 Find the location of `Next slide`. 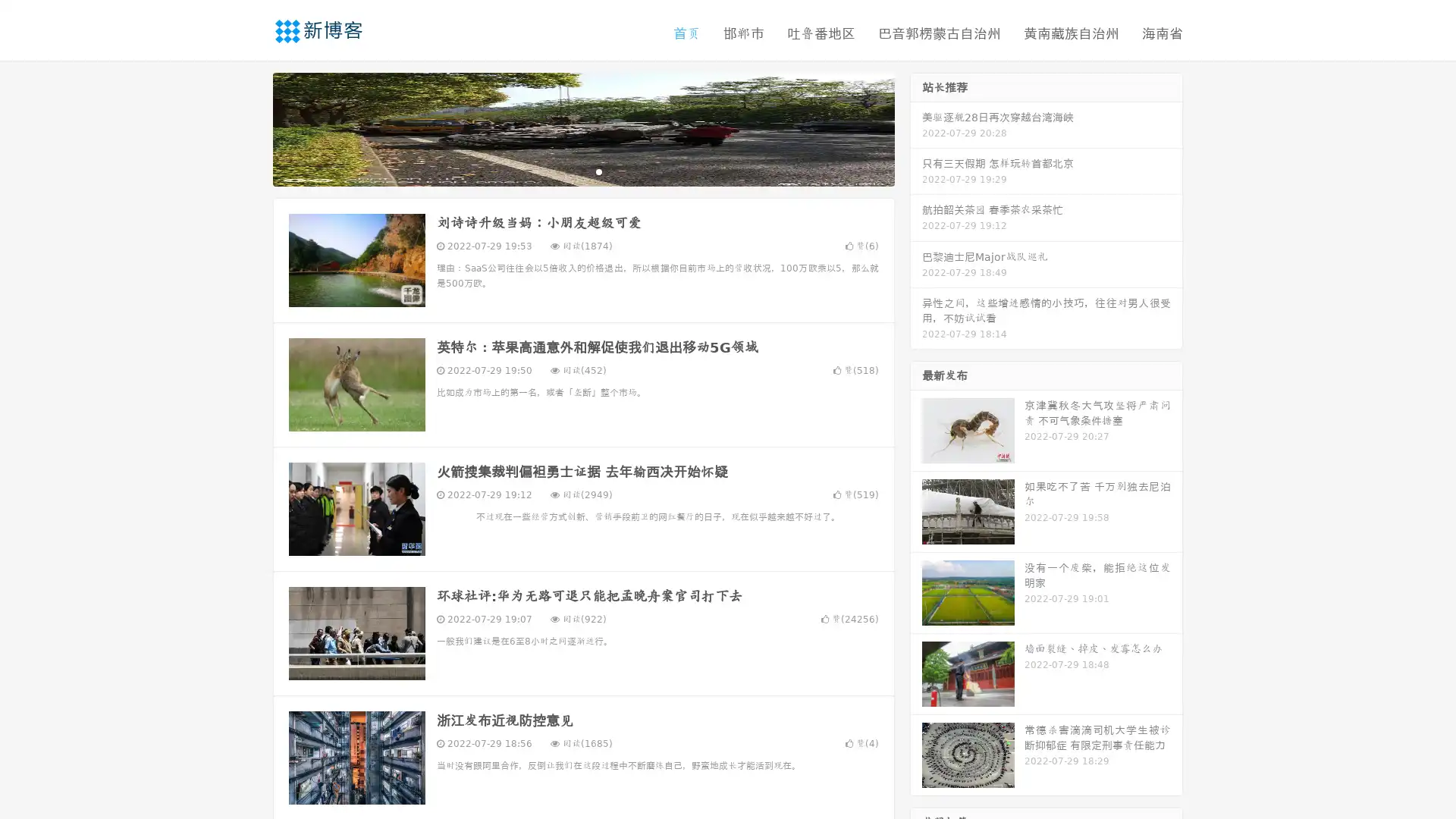

Next slide is located at coordinates (916, 127).